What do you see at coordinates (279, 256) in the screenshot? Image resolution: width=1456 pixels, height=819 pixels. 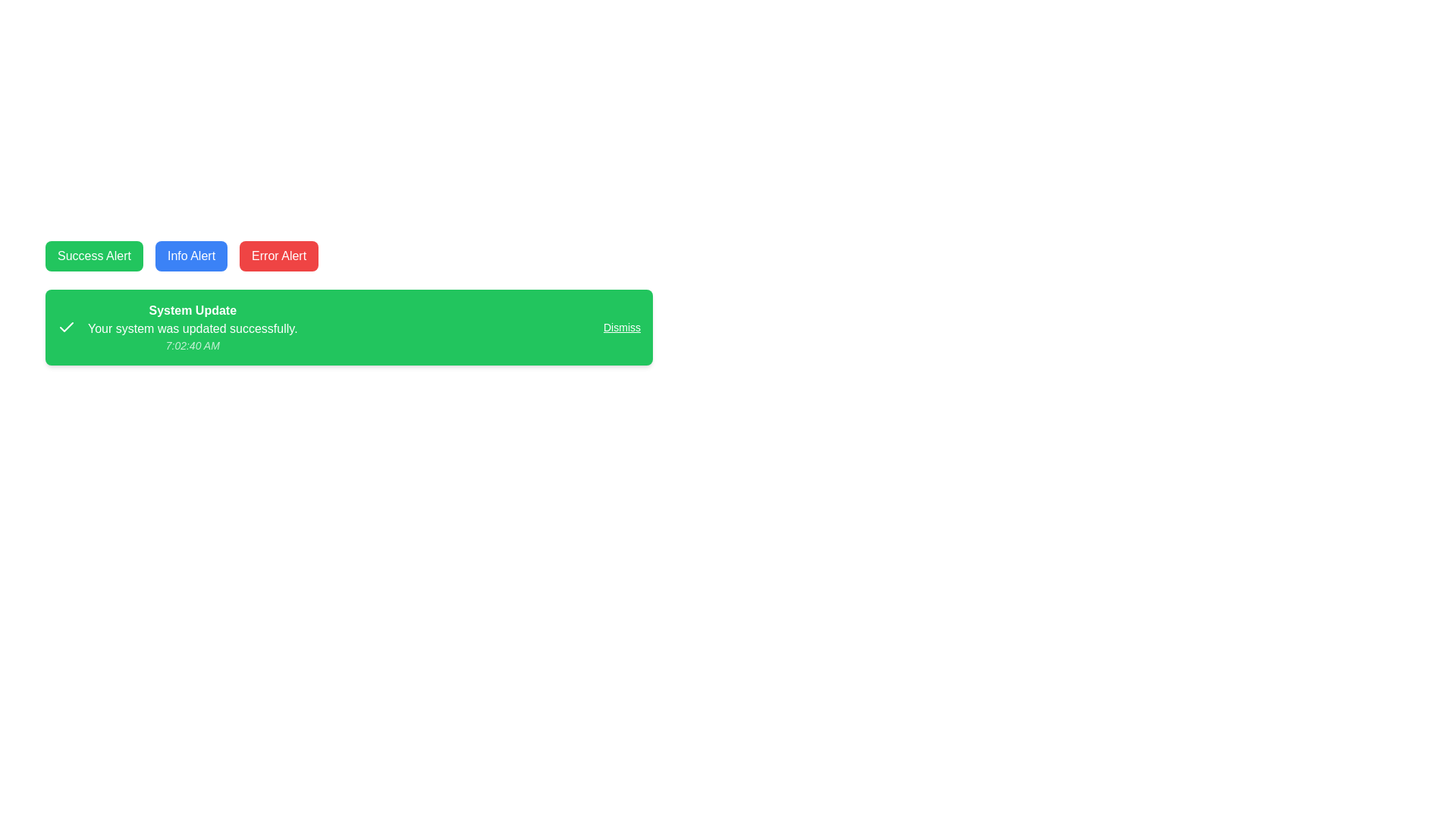 I see `the interactive error-handling button, which is the third button in a horizontal group, located to the right of the 'Info Alert' button` at bounding box center [279, 256].